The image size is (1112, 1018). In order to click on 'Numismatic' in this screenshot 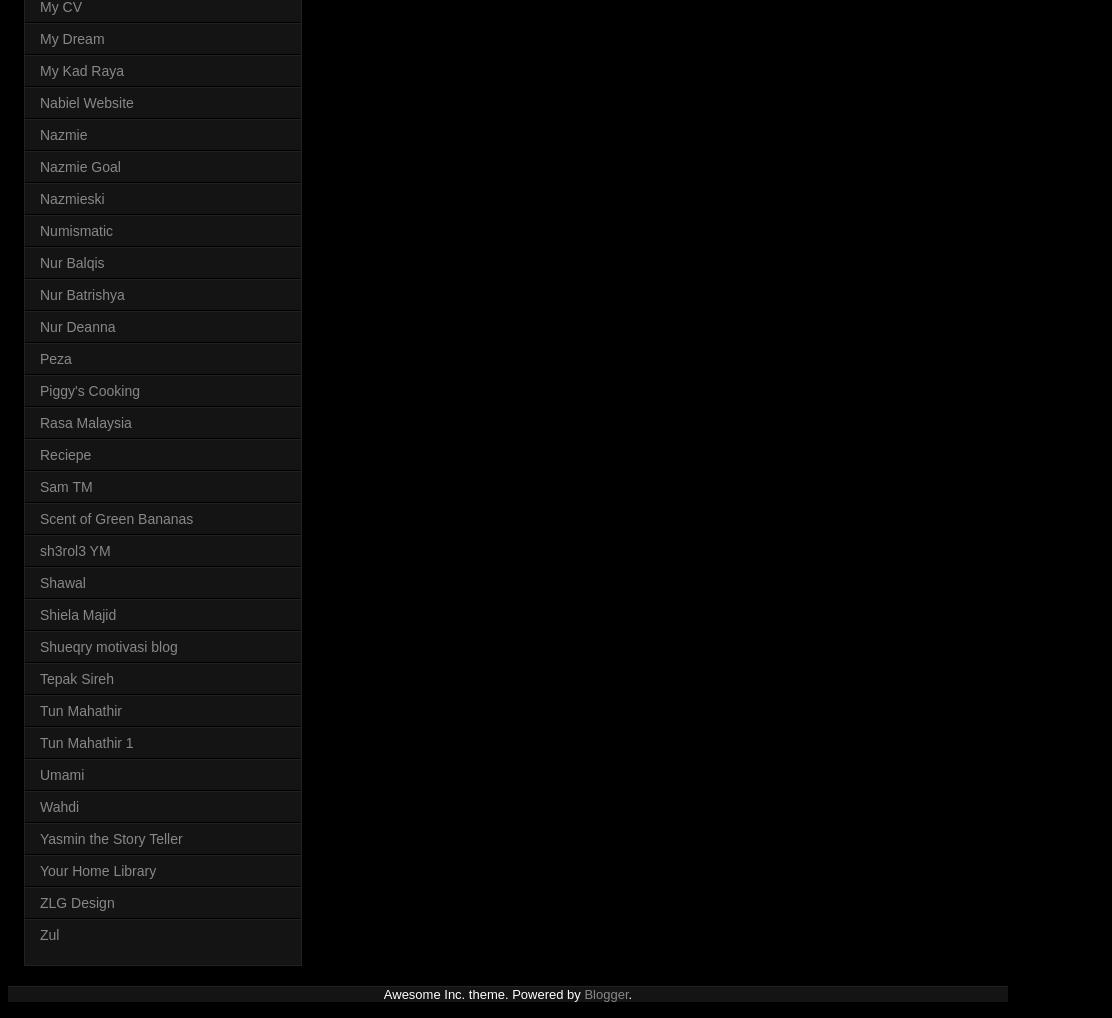, I will do `click(75, 228)`.